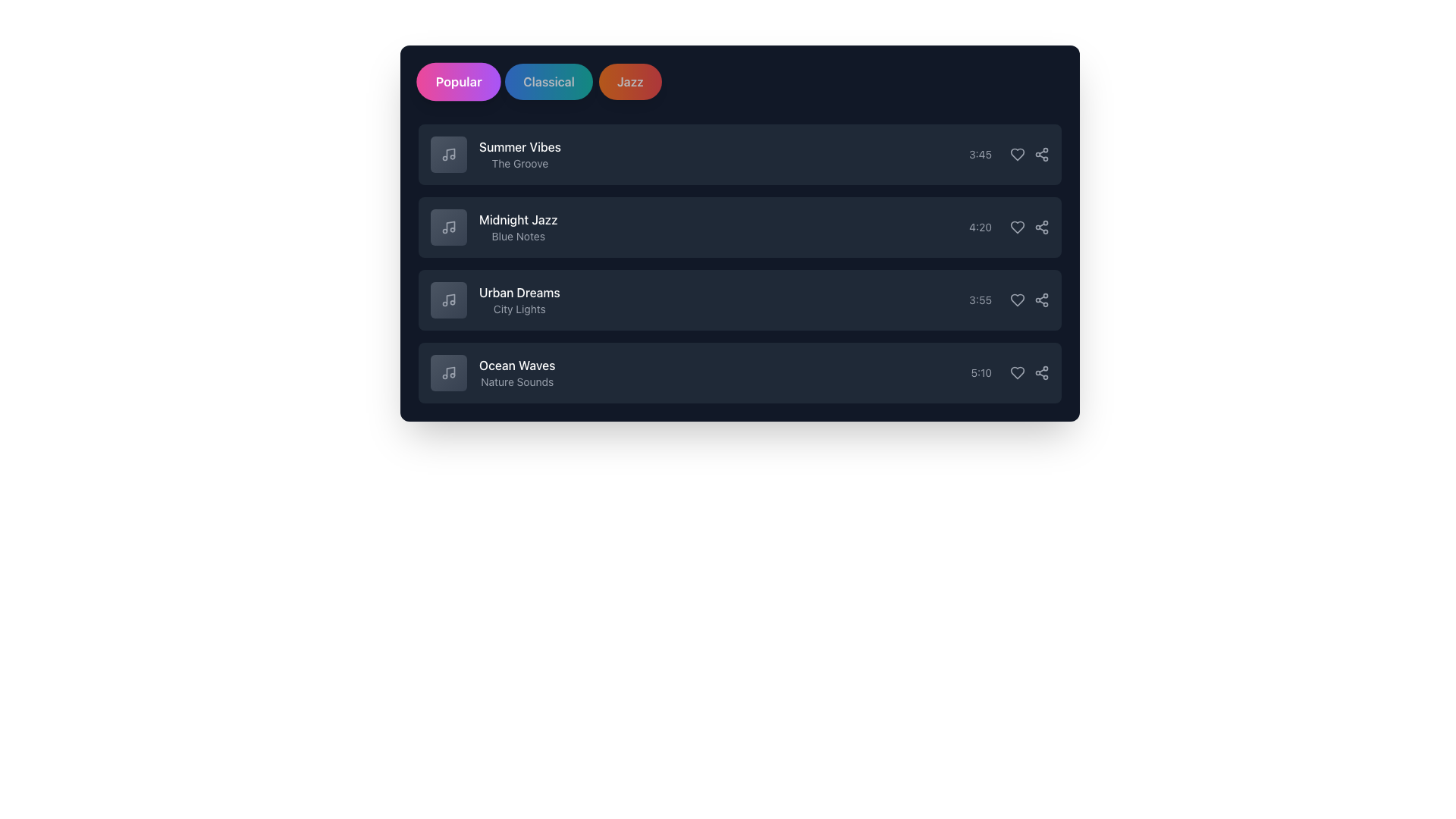 The width and height of the screenshot is (1456, 819). What do you see at coordinates (517, 373) in the screenshot?
I see `the text block displaying 'Ocean Waves' and 'Nature Sounds', which is the fourth item in a vertically stacked list, located between a music icon and track action buttons` at bounding box center [517, 373].